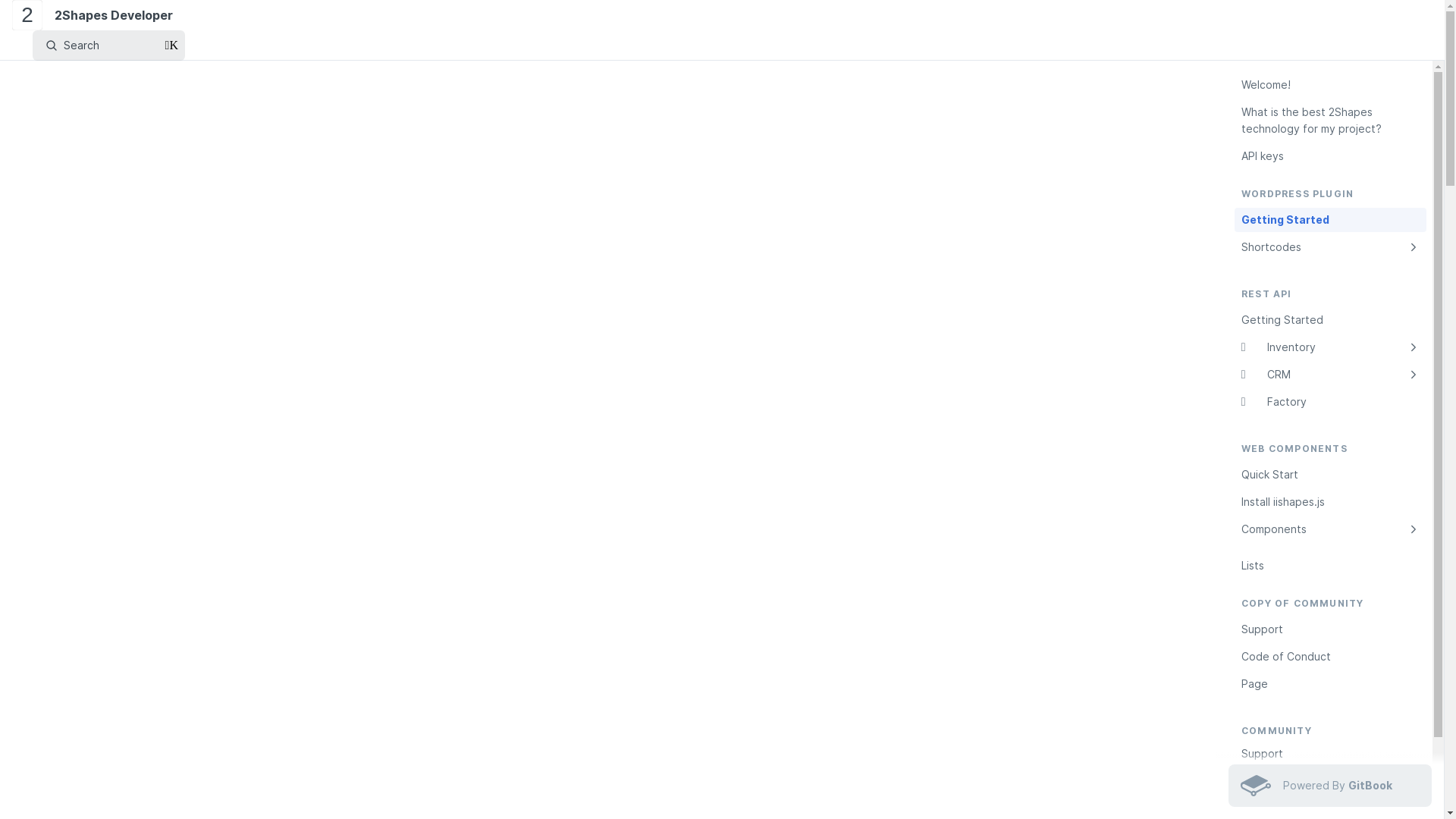 The image size is (1456, 819). What do you see at coordinates (1329, 684) in the screenshot?
I see `'Page'` at bounding box center [1329, 684].